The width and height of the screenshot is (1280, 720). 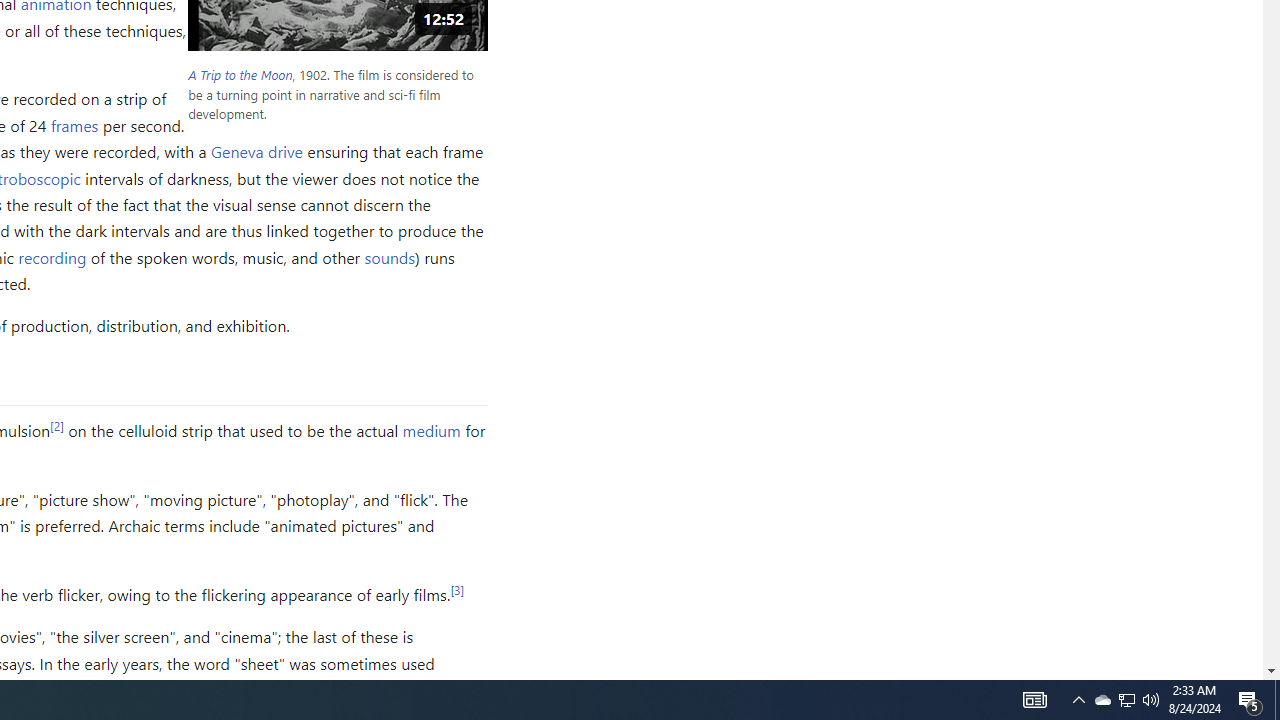 What do you see at coordinates (240, 74) in the screenshot?
I see `'A Trip to the Moon'` at bounding box center [240, 74].